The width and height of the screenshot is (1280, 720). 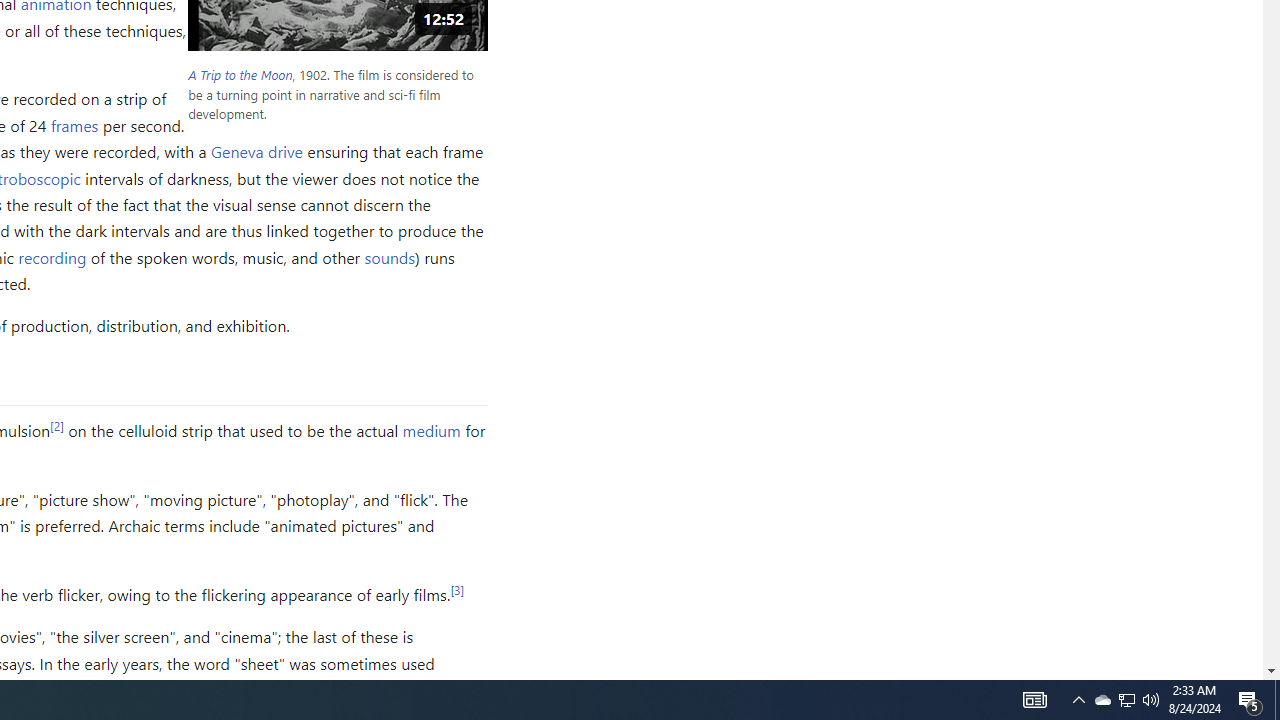 What do you see at coordinates (240, 74) in the screenshot?
I see `'A Trip to the Moon'` at bounding box center [240, 74].